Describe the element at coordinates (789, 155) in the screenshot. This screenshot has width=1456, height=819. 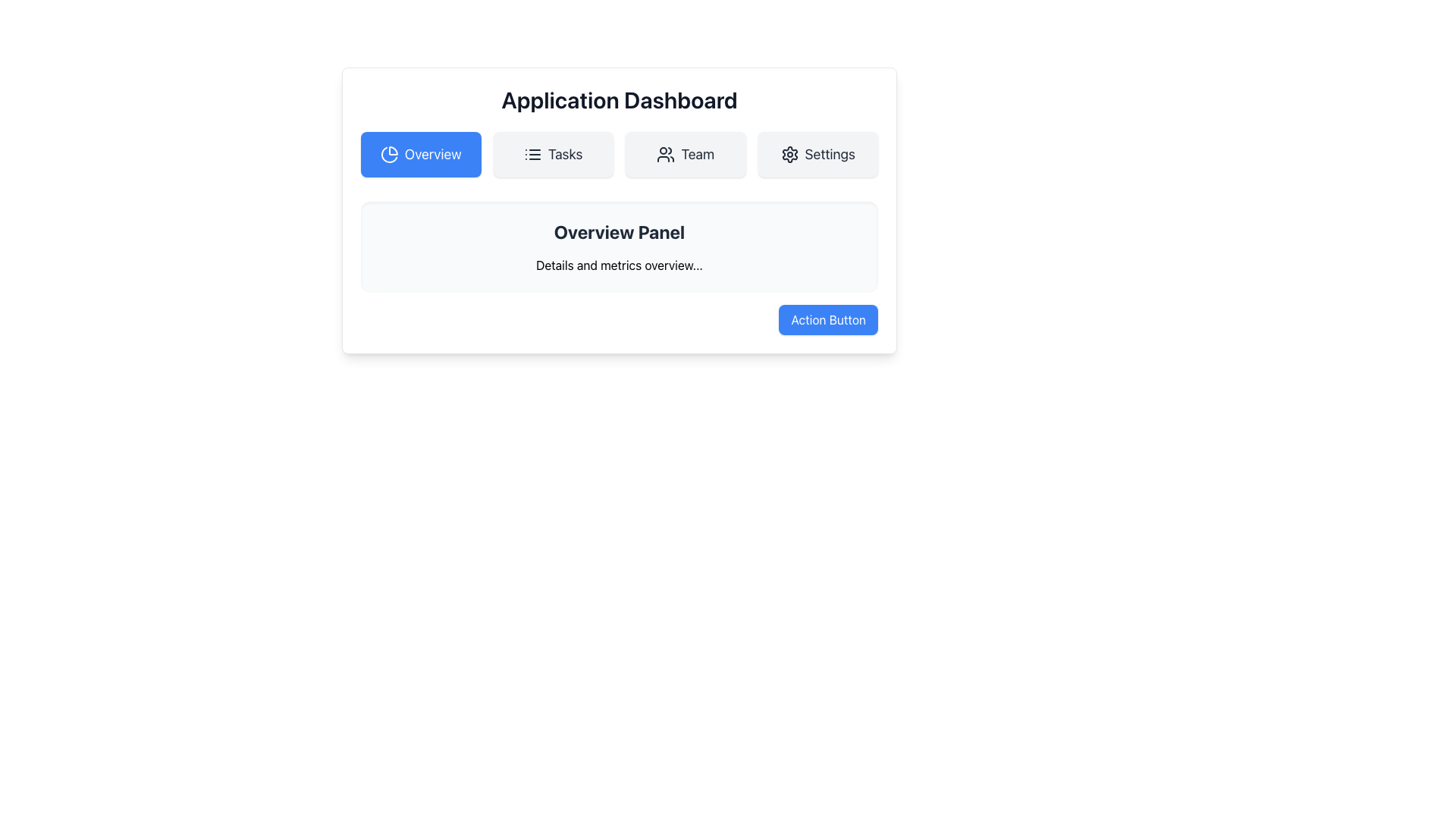
I see `the decorative notched boundary of the settings icon located at the top-right area of the application dashboard` at that location.